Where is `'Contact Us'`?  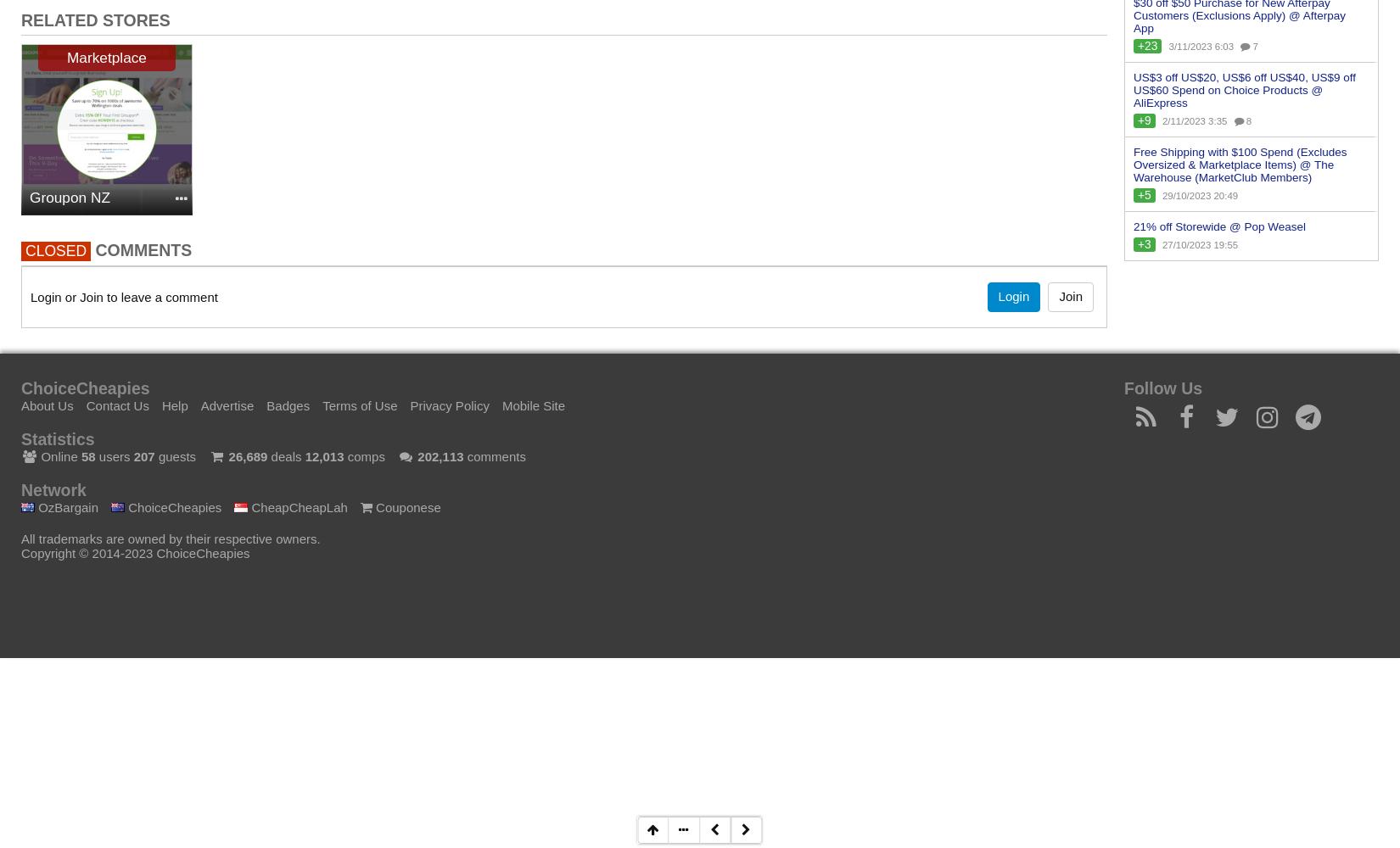 'Contact Us' is located at coordinates (116, 404).